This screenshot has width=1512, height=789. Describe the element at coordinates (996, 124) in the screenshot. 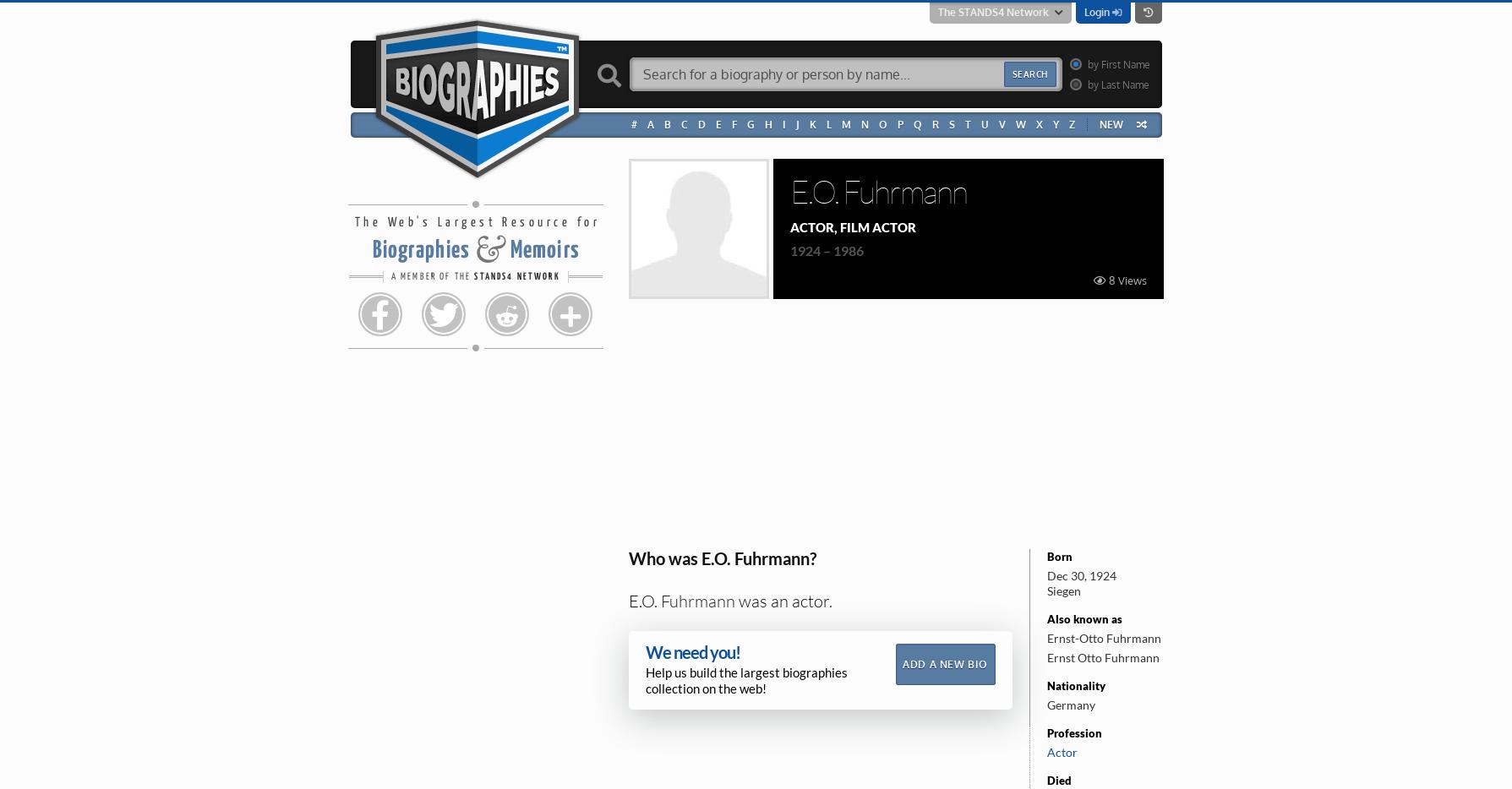

I see `'V'` at that location.